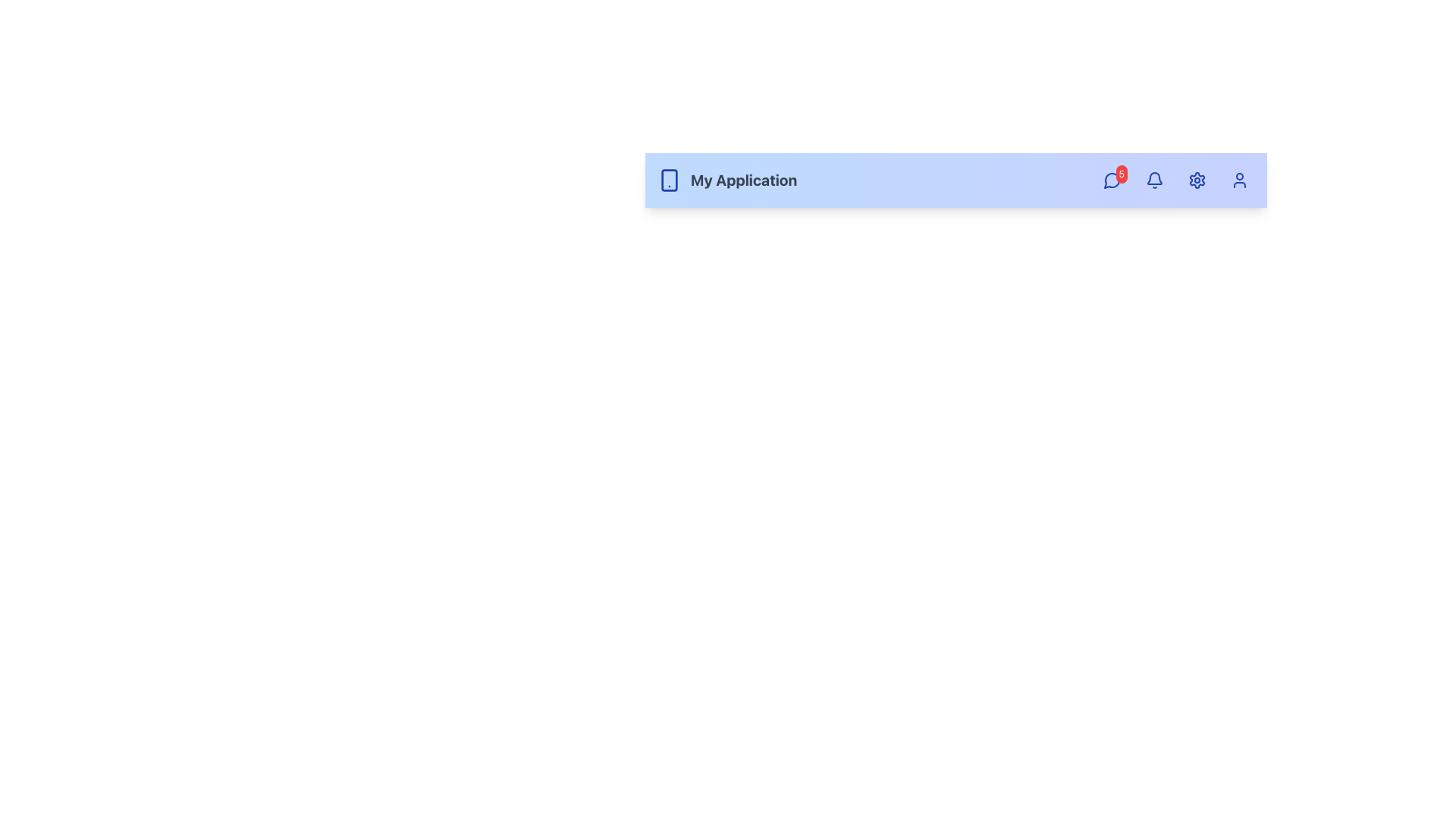  Describe the element at coordinates (1240, 180) in the screenshot. I see `the minimalist blue user icon located at the right-hand side of the top navigation bar` at that location.